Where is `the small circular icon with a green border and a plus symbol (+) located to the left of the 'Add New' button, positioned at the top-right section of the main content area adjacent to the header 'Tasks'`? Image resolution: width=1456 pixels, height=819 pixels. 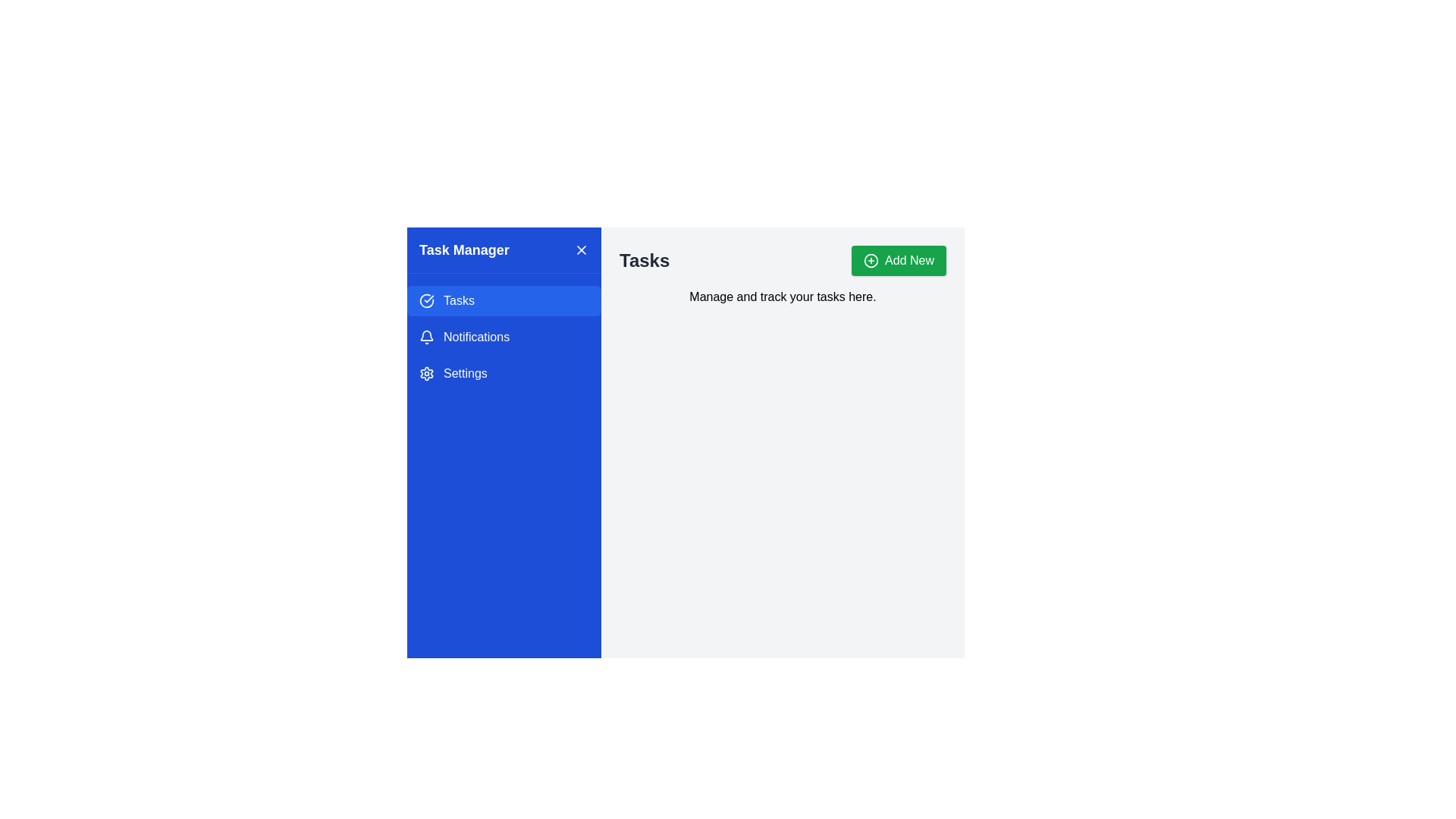 the small circular icon with a green border and a plus symbol (+) located to the left of the 'Add New' button, positioned at the top-right section of the main content area adjacent to the header 'Tasks' is located at coordinates (871, 259).